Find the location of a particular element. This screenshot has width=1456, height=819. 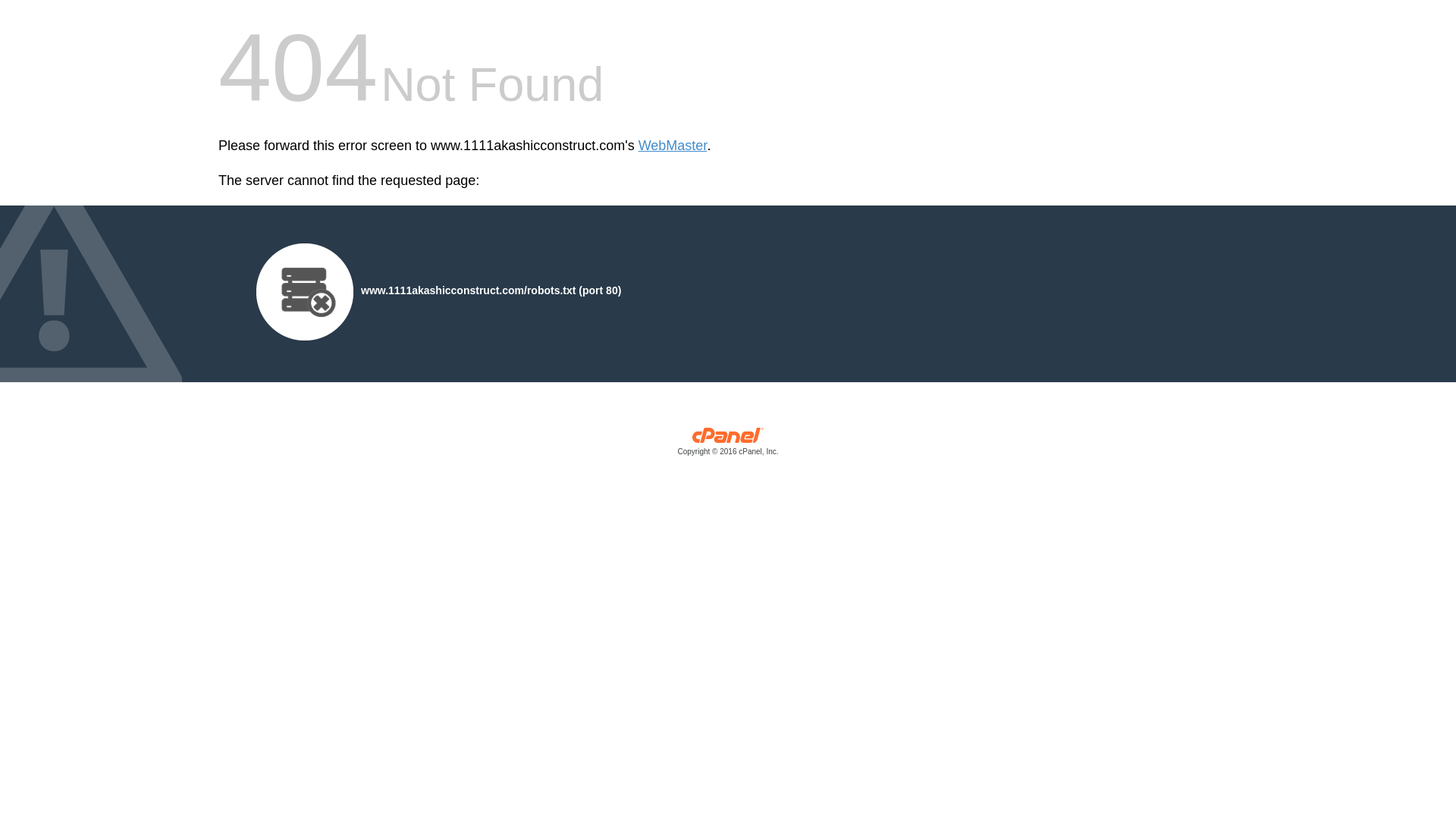

'WebMaster' is located at coordinates (672, 146).